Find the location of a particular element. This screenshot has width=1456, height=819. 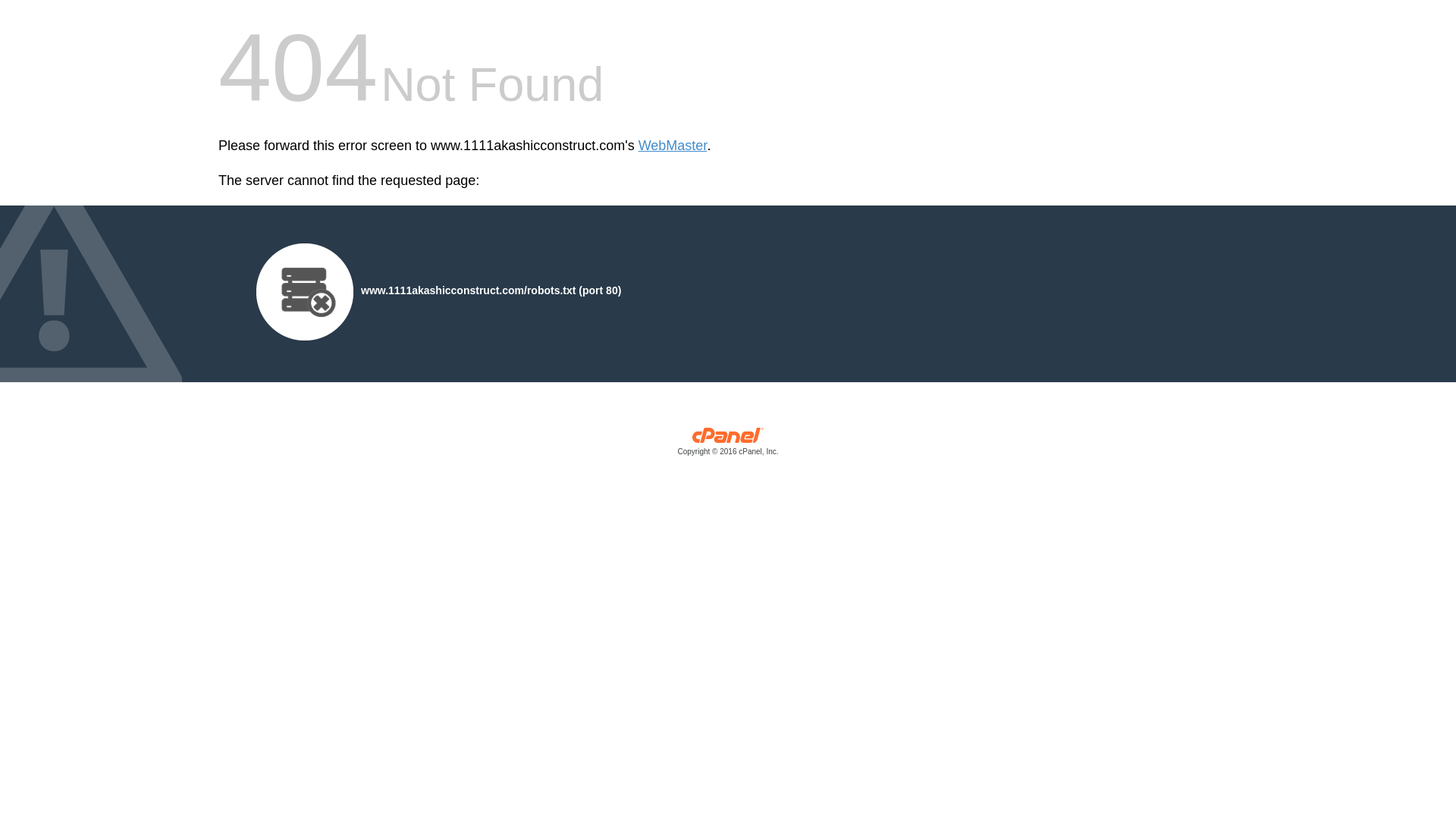

'WebMaster' is located at coordinates (672, 146).